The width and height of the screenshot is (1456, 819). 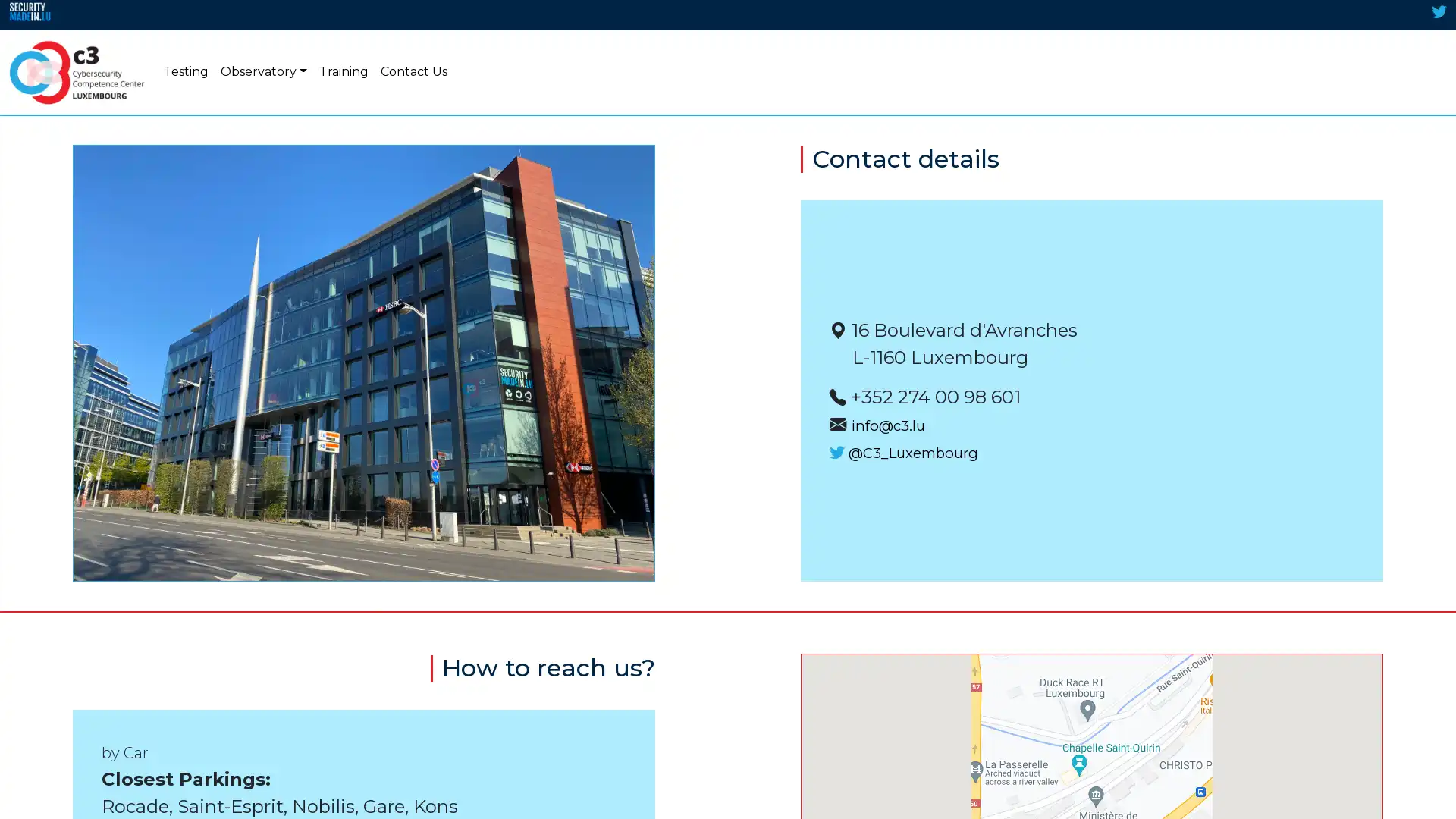 I want to click on Observatory, so click(x=263, y=72).